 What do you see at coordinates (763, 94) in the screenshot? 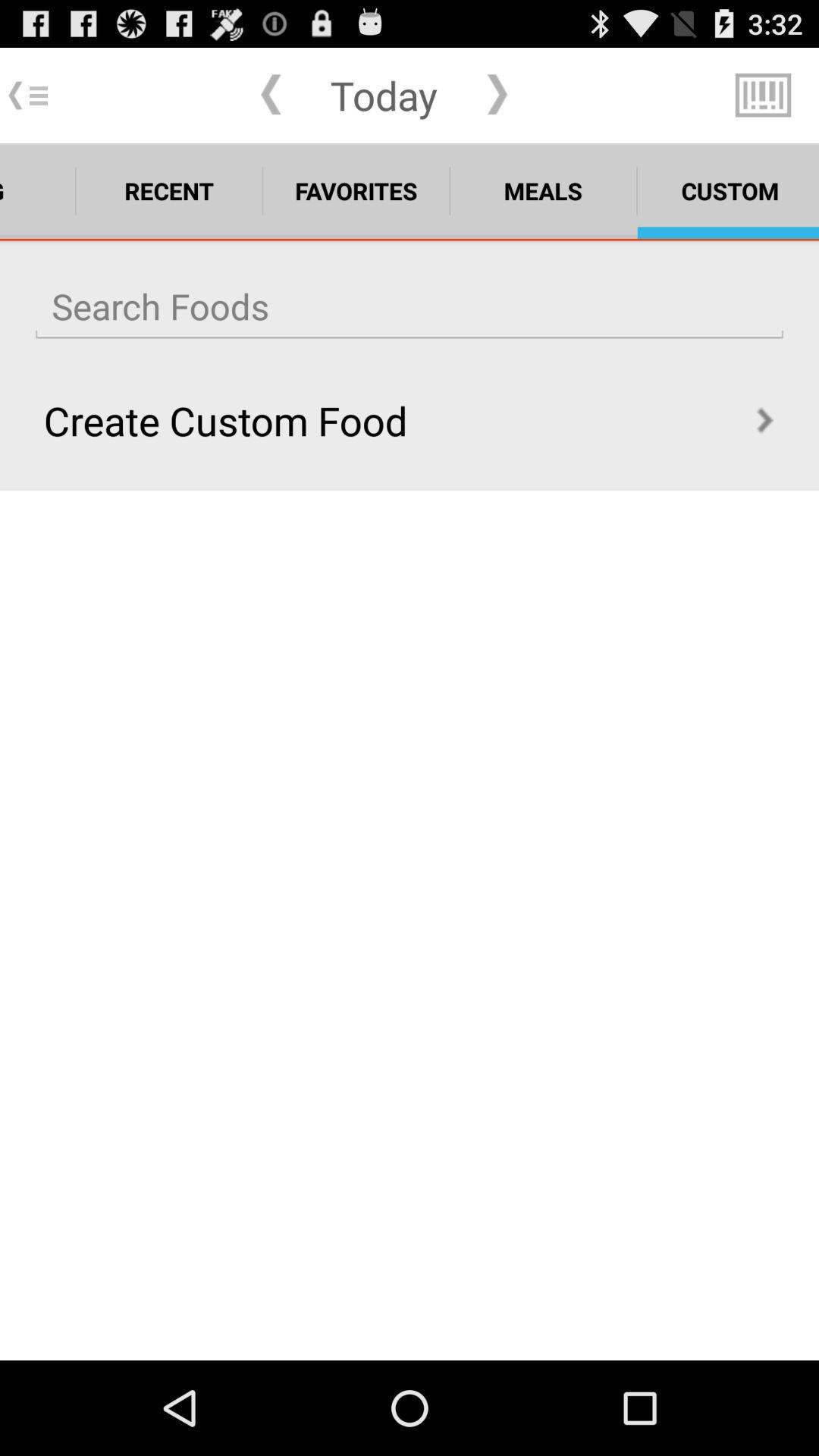
I see `the item above custom item` at bounding box center [763, 94].